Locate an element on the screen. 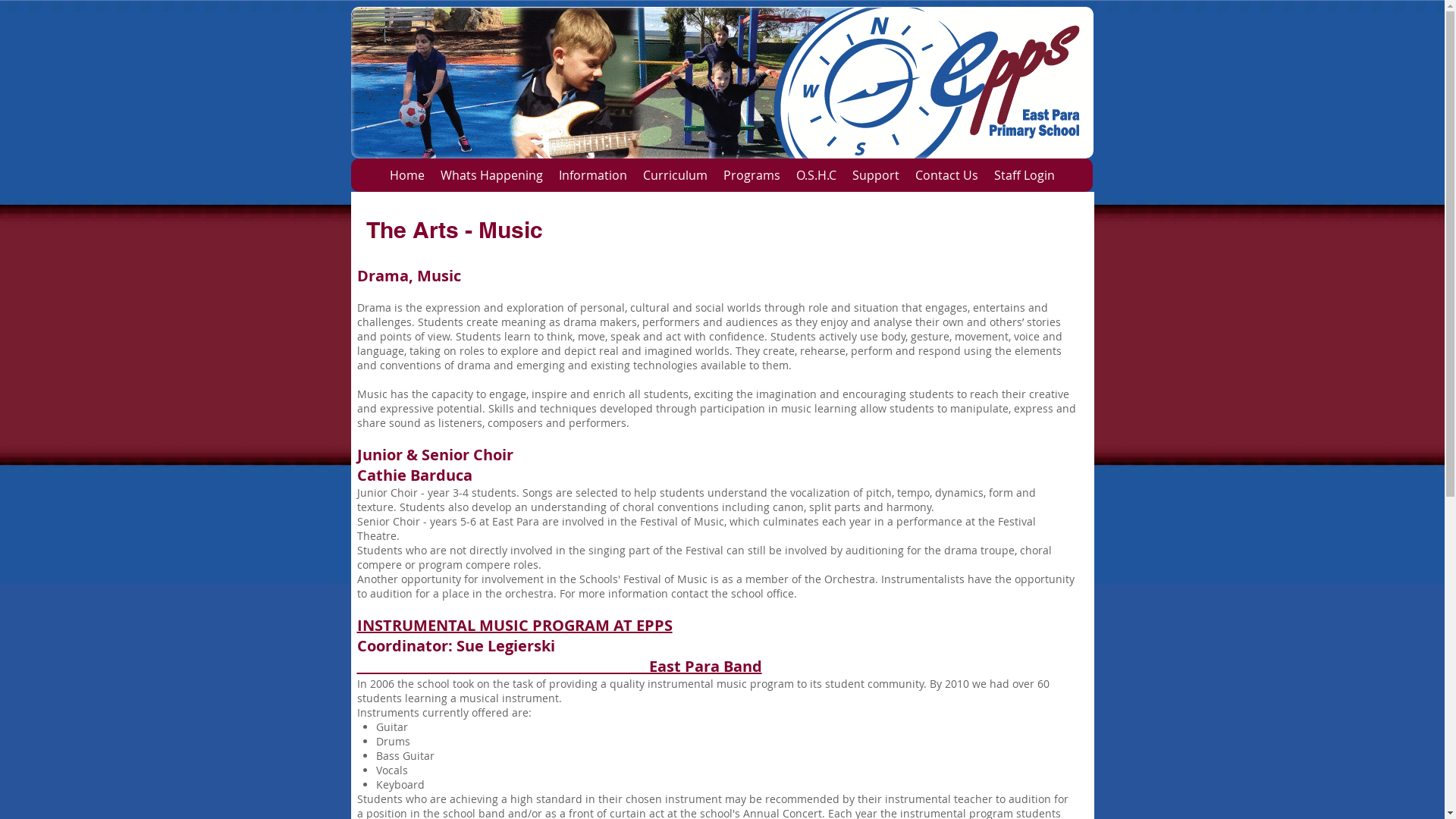 The height and width of the screenshot is (819, 1456). 'Staff Login' is located at coordinates (1024, 174).